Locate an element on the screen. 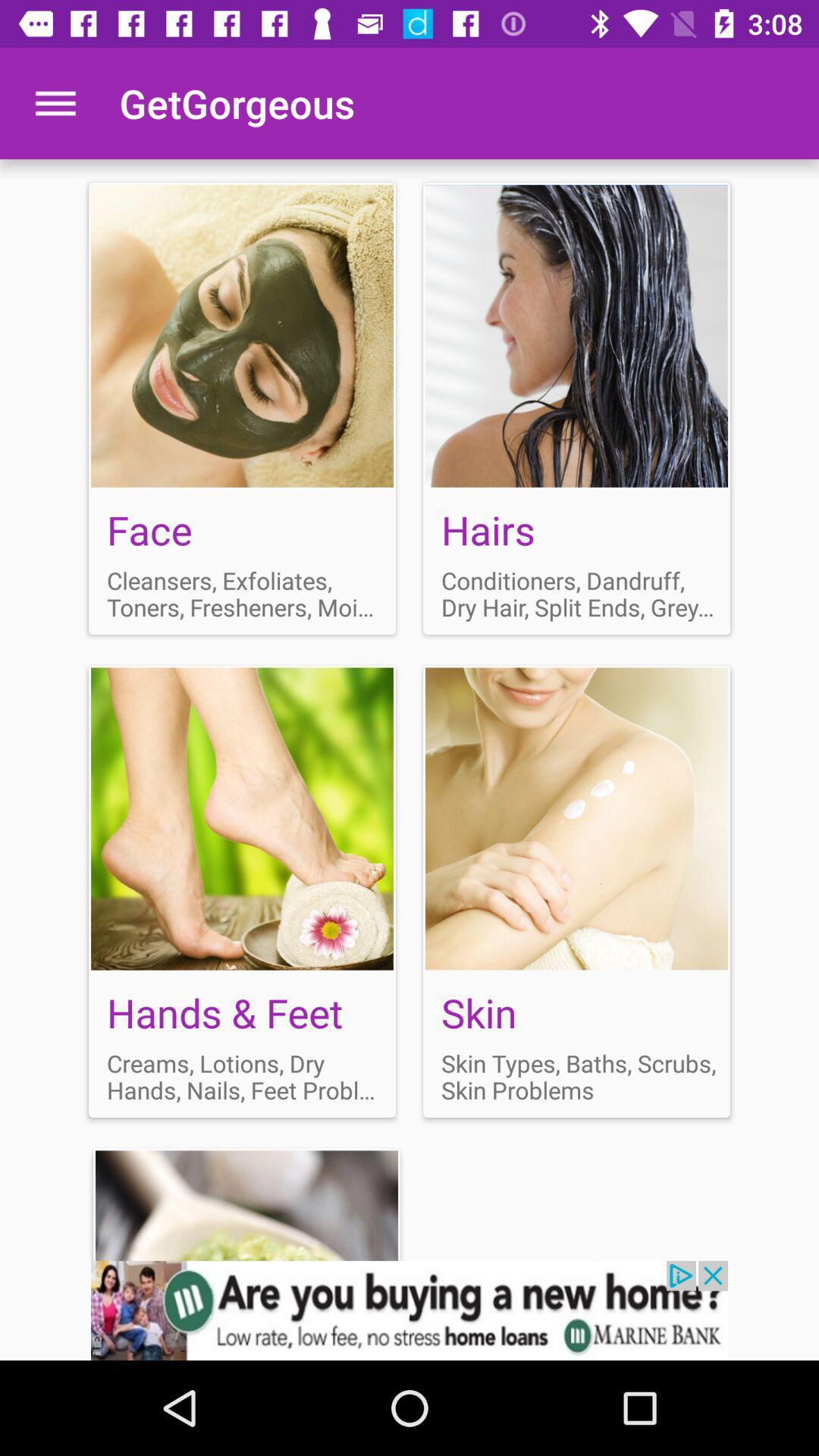 This screenshot has height=1456, width=819. advertisement is located at coordinates (409, 1310).